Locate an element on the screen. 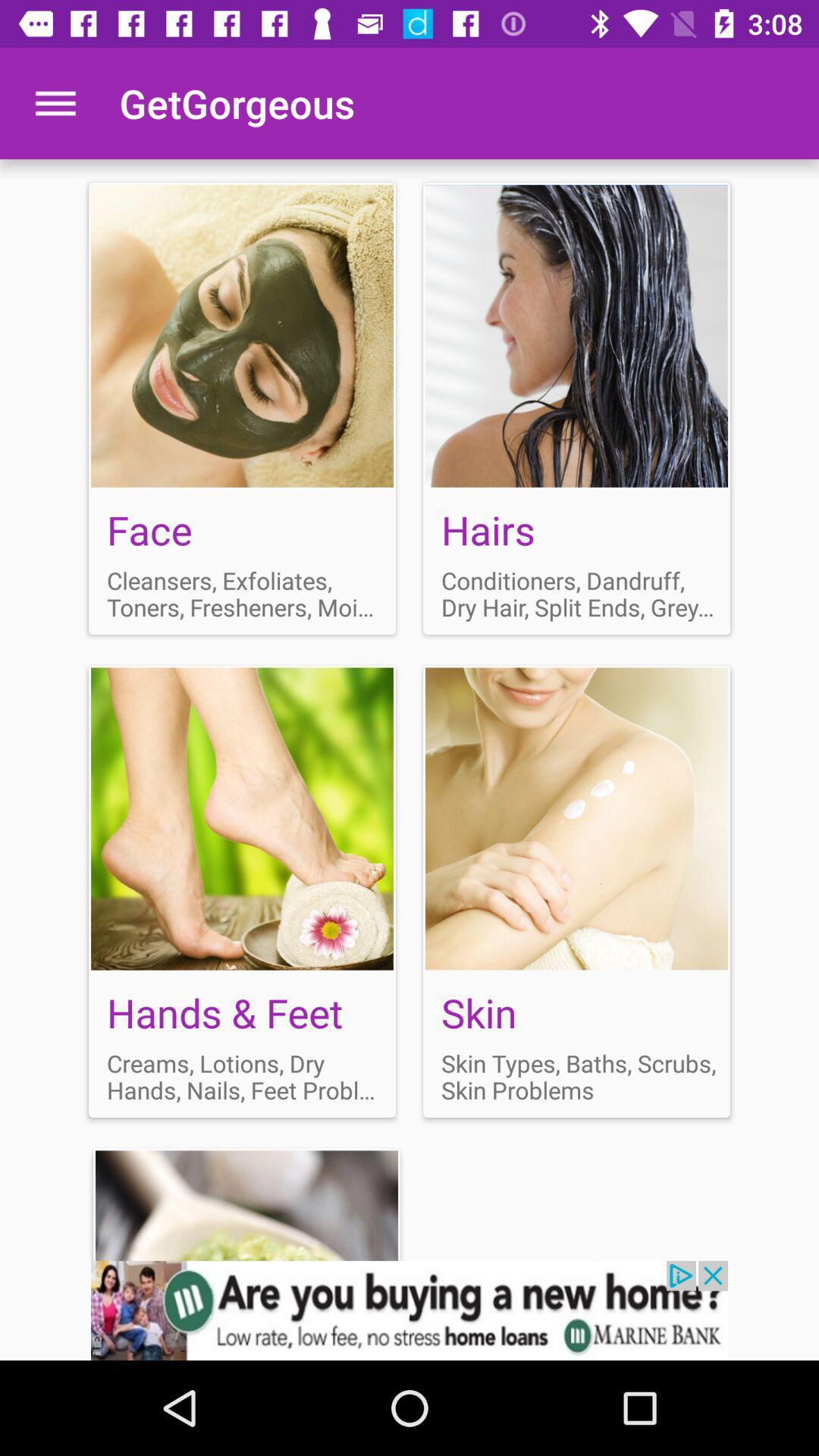 This screenshot has height=1456, width=819. advertisement is located at coordinates (409, 1310).